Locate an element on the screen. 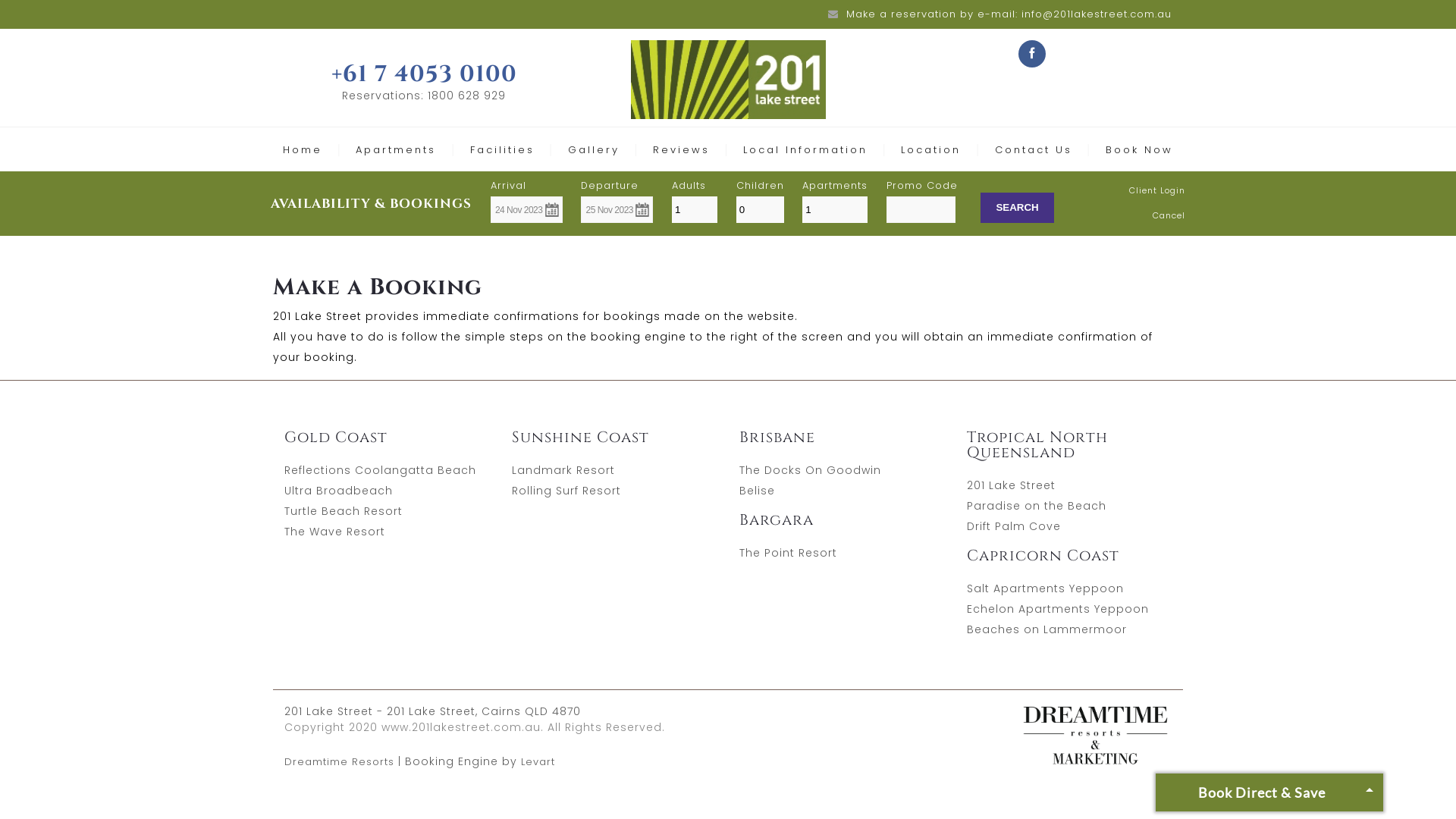 This screenshot has height=819, width=1456. 'Reviews' is located at coordinates (652, 149).